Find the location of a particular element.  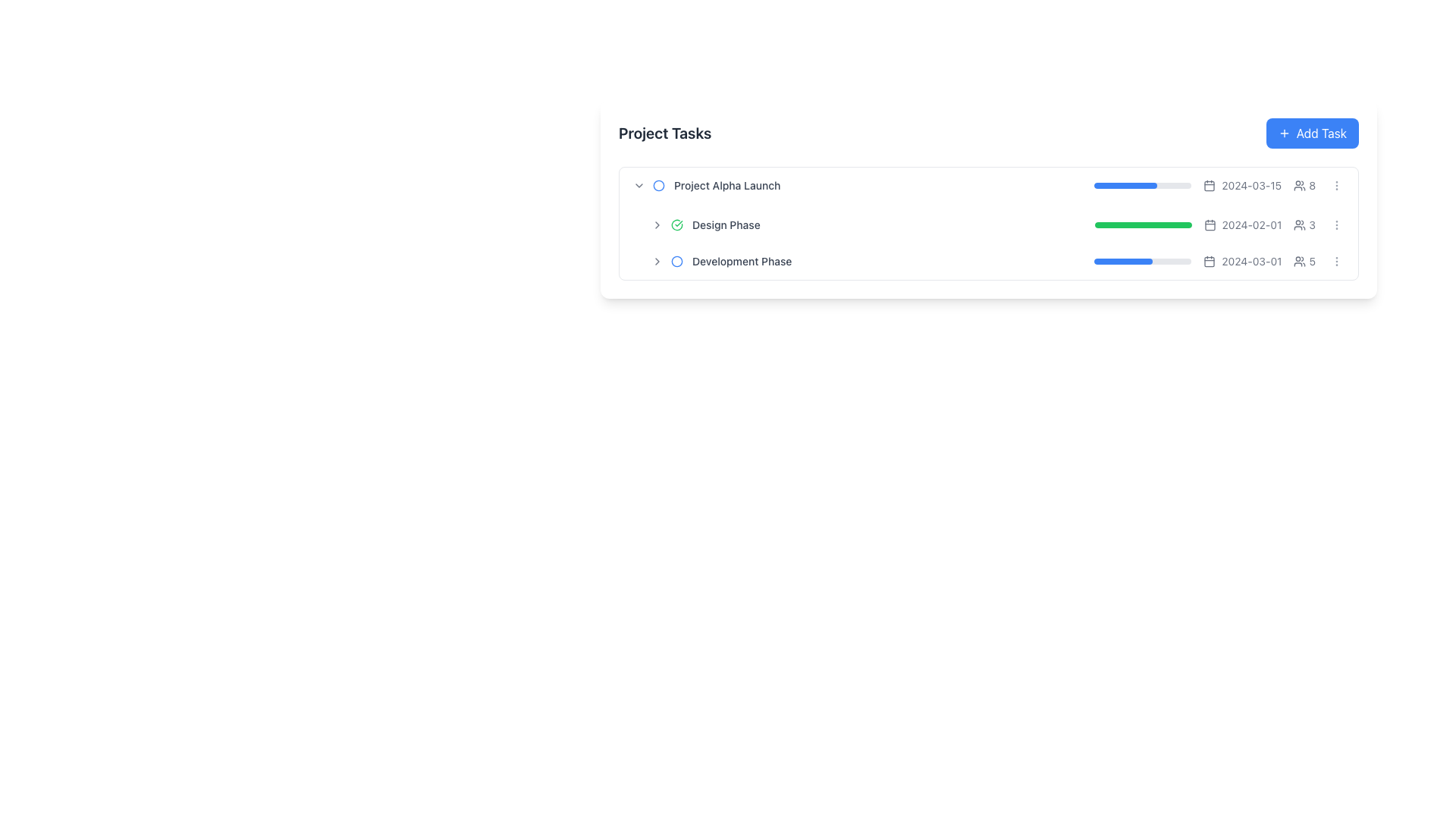

progress level is located at coordinates (1130, 225).